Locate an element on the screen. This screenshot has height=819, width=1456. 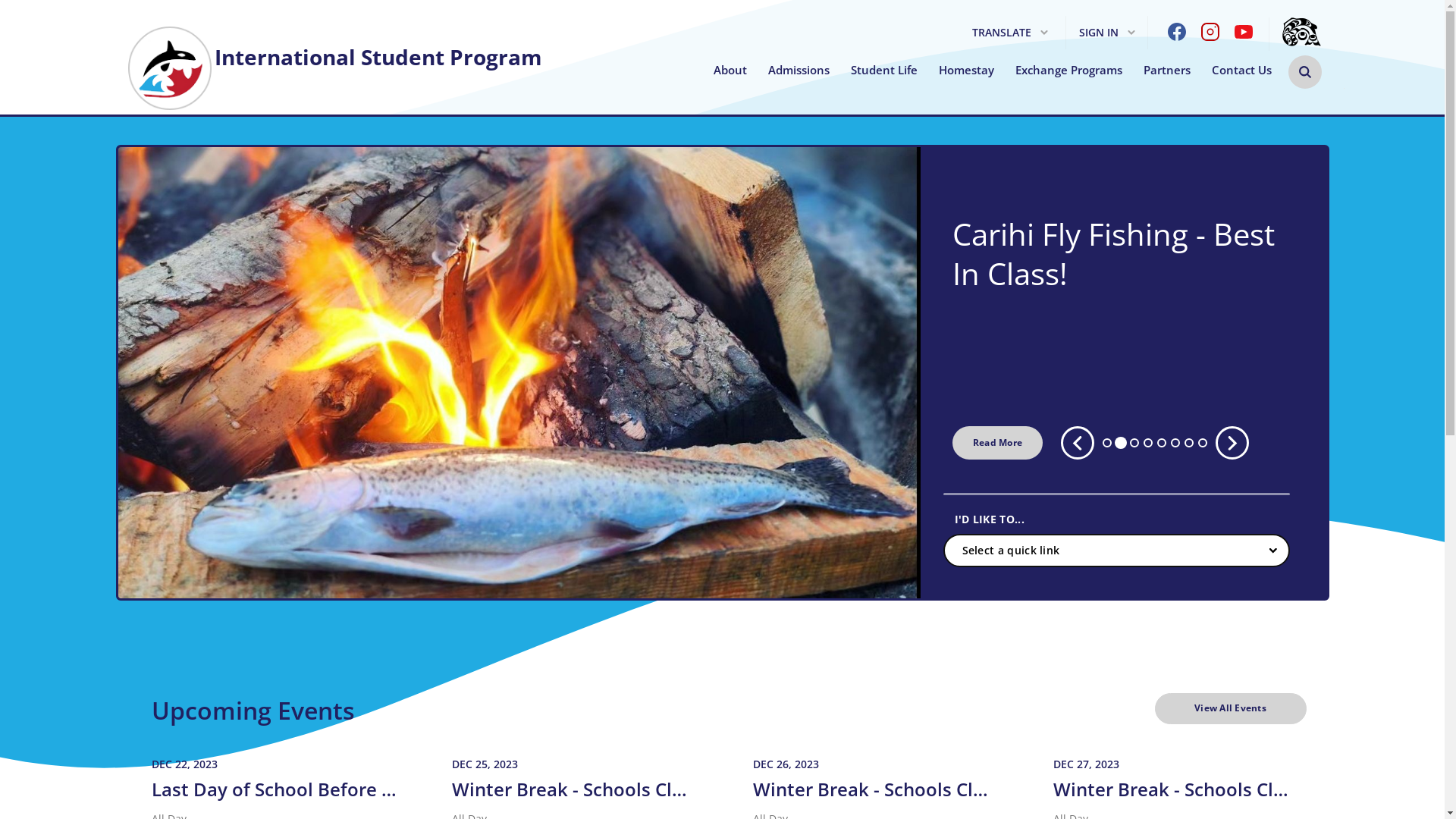
'SIGN IN' is located at coordinates (1106, 33).